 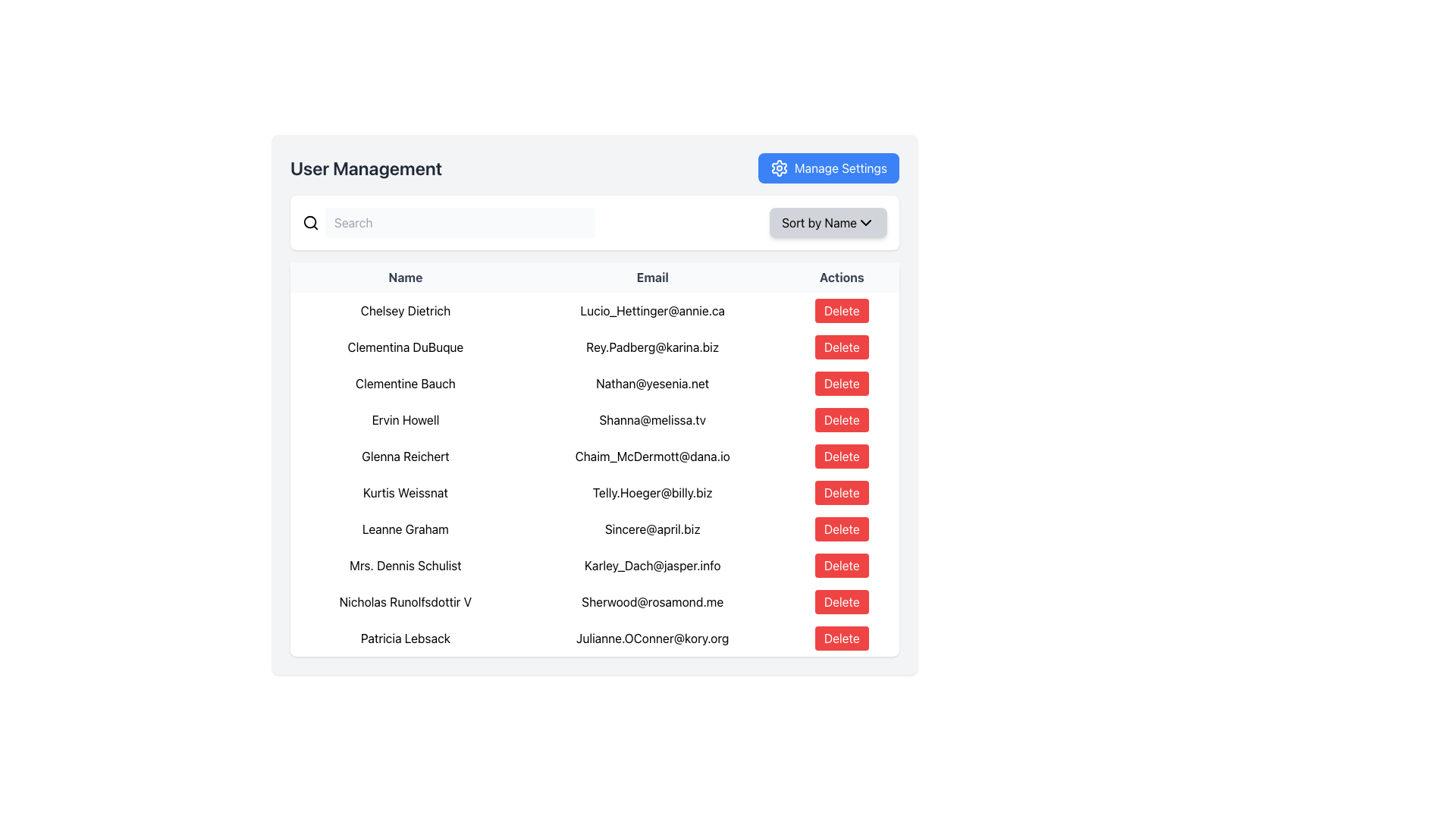 I want to click on keyboard navigation, so click(x=841, y=347).